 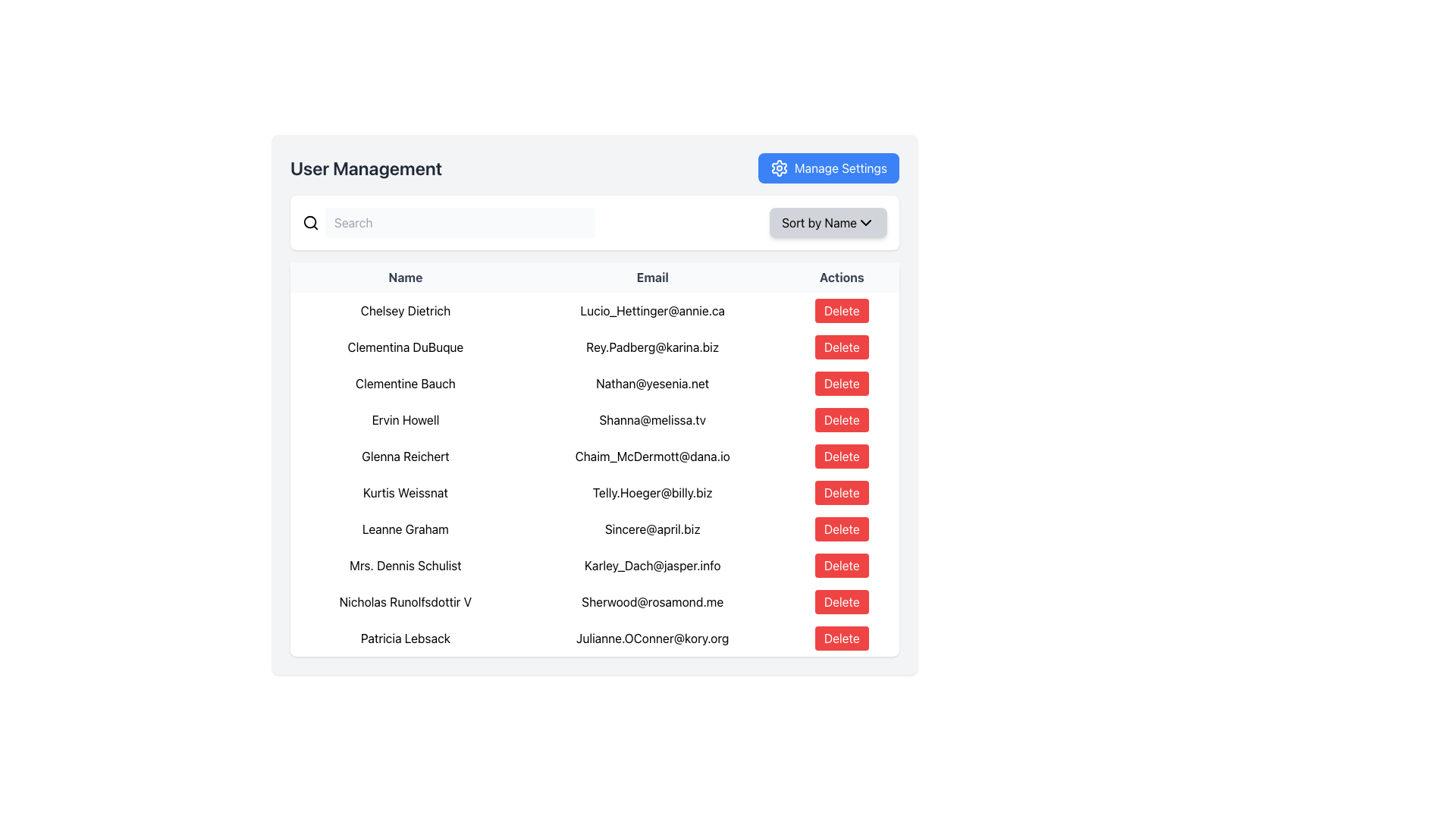 I want to click on keyboard navigation, so click(x=841, y=347).